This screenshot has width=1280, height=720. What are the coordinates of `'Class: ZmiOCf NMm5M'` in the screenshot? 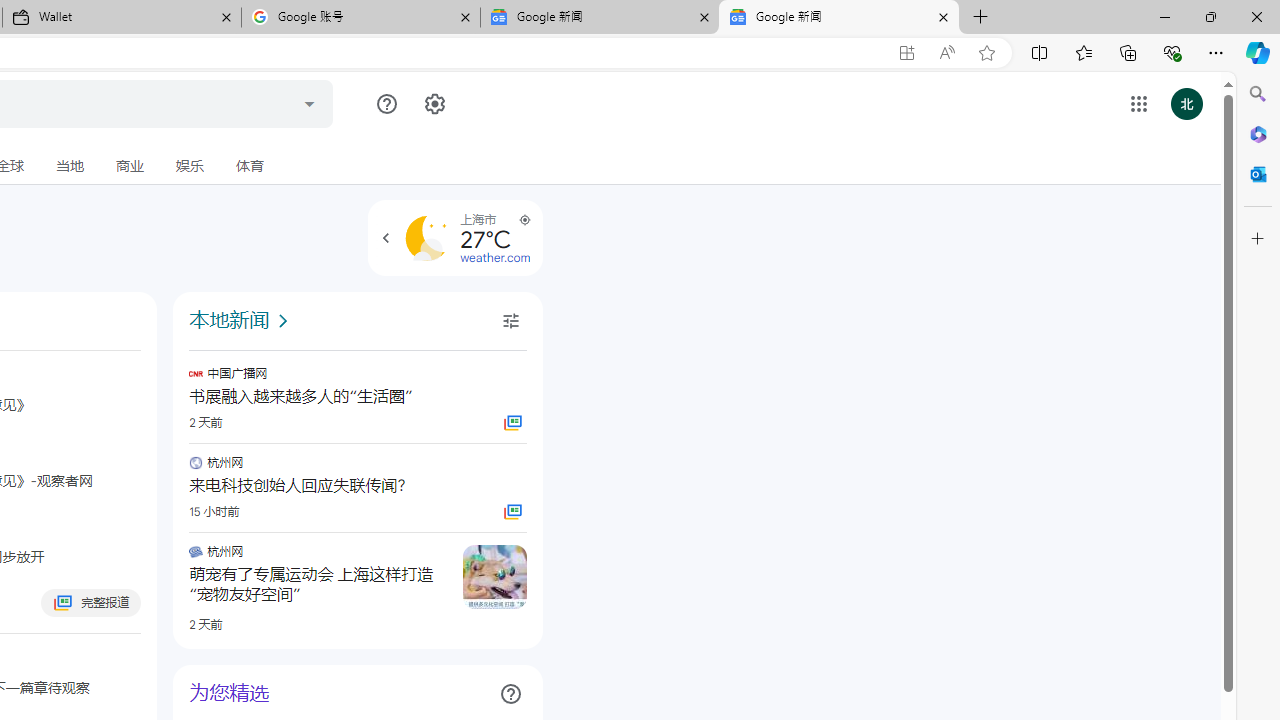 It's located at (510, 693).